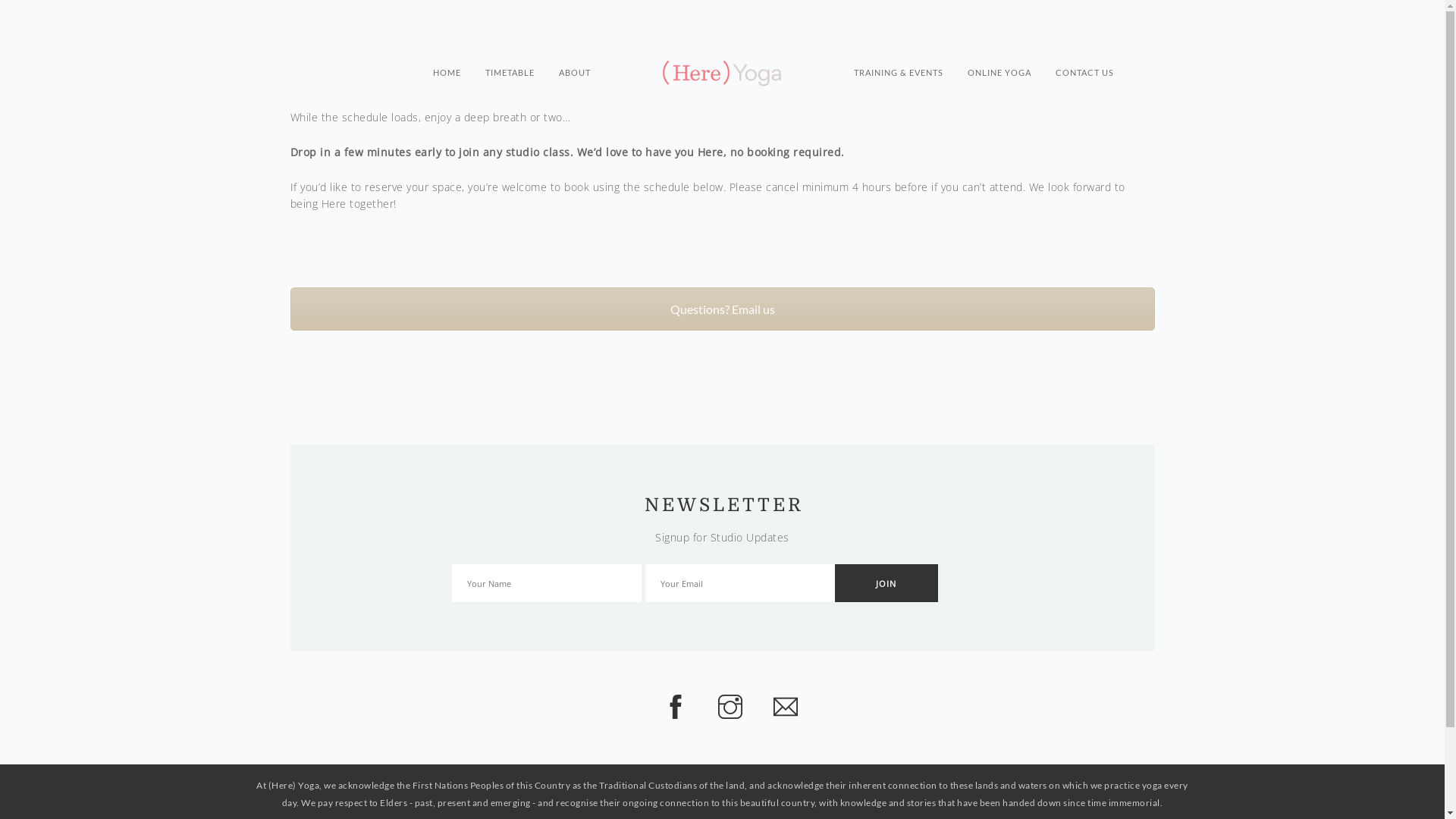 This screenshot has height=819, width=1456. What do you see at coordinates (510, 57) in the screenshot?
I see `'TIMETABLE'` at bounding box center [510, 57].